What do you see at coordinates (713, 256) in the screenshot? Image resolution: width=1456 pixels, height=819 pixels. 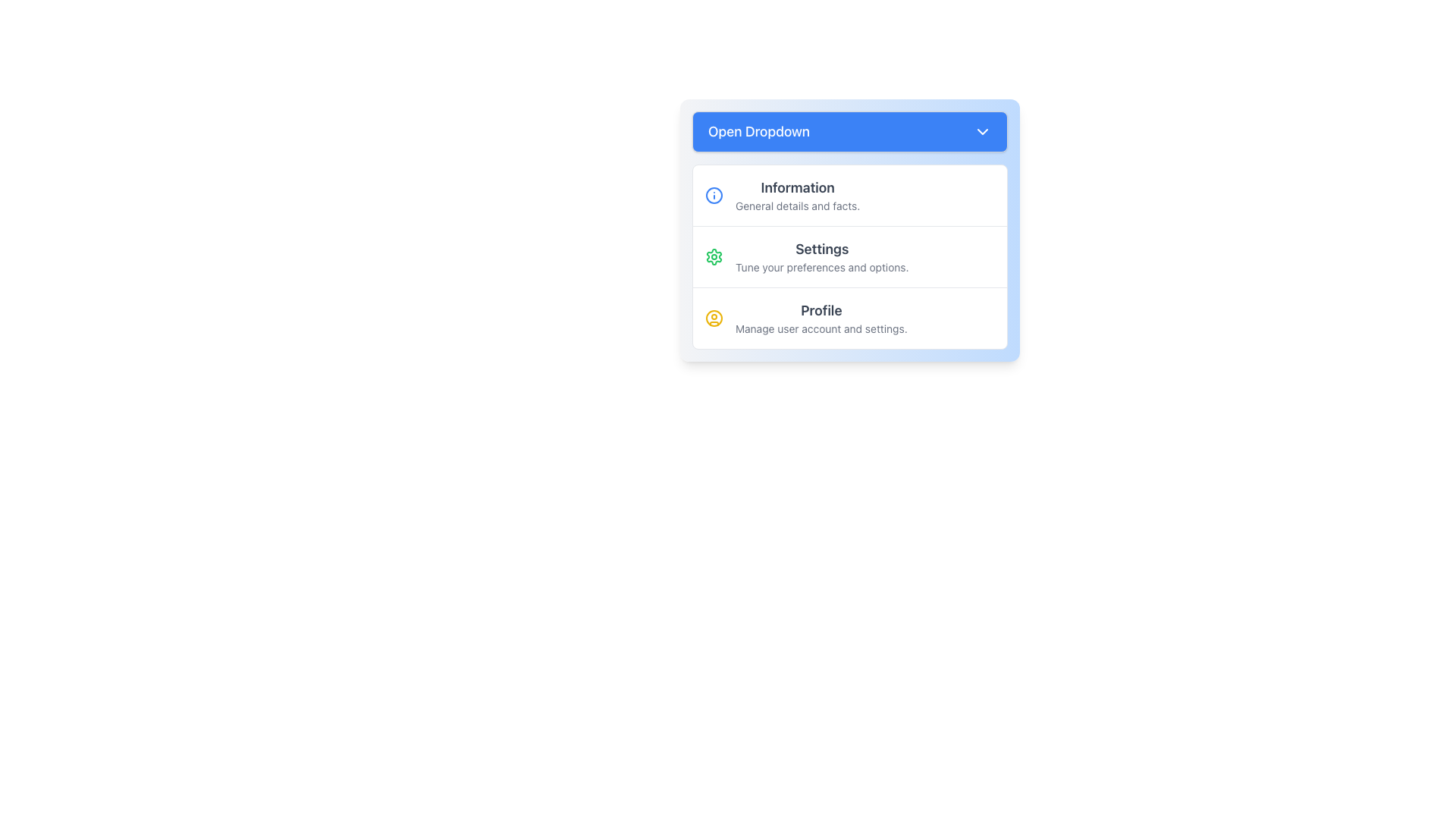 I see `the settings icon located in the second option of the dropdown menu` at bounding box center [713, 256].